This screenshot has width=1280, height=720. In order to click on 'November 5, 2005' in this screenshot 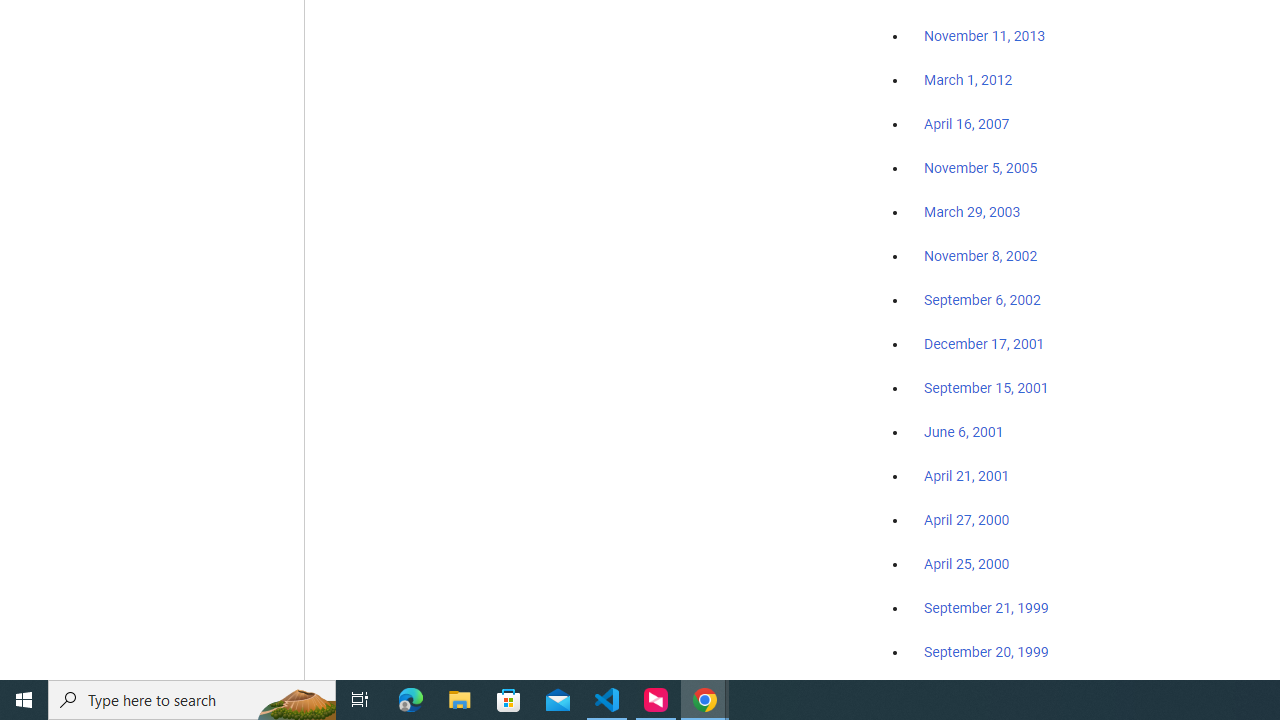, I will do `click(981, 167)`.